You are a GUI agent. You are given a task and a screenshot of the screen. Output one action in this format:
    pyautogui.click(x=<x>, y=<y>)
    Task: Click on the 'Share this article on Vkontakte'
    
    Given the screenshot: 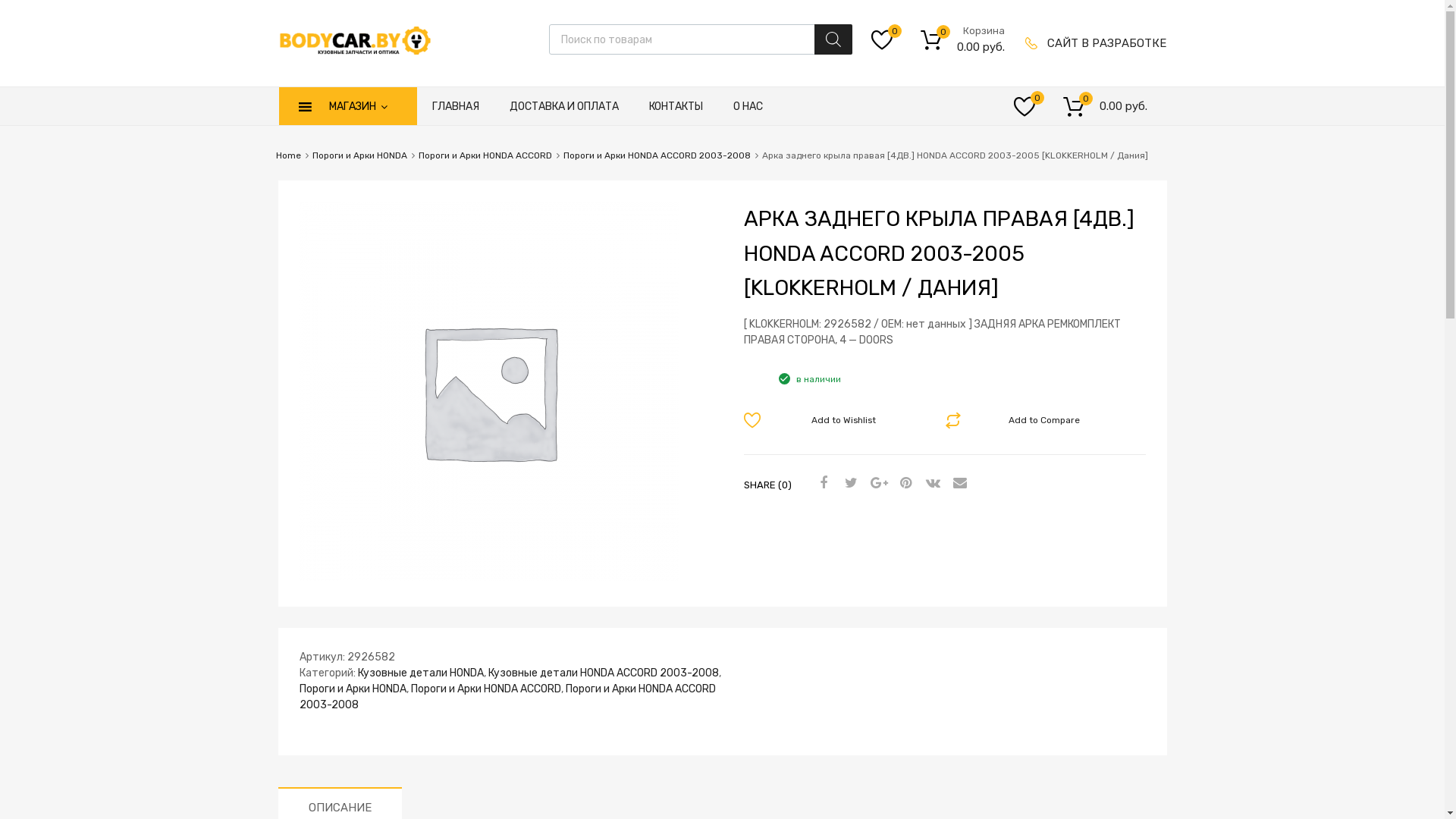 What is the action you would take?
    pyautogui.click(x=930, y=483)
    